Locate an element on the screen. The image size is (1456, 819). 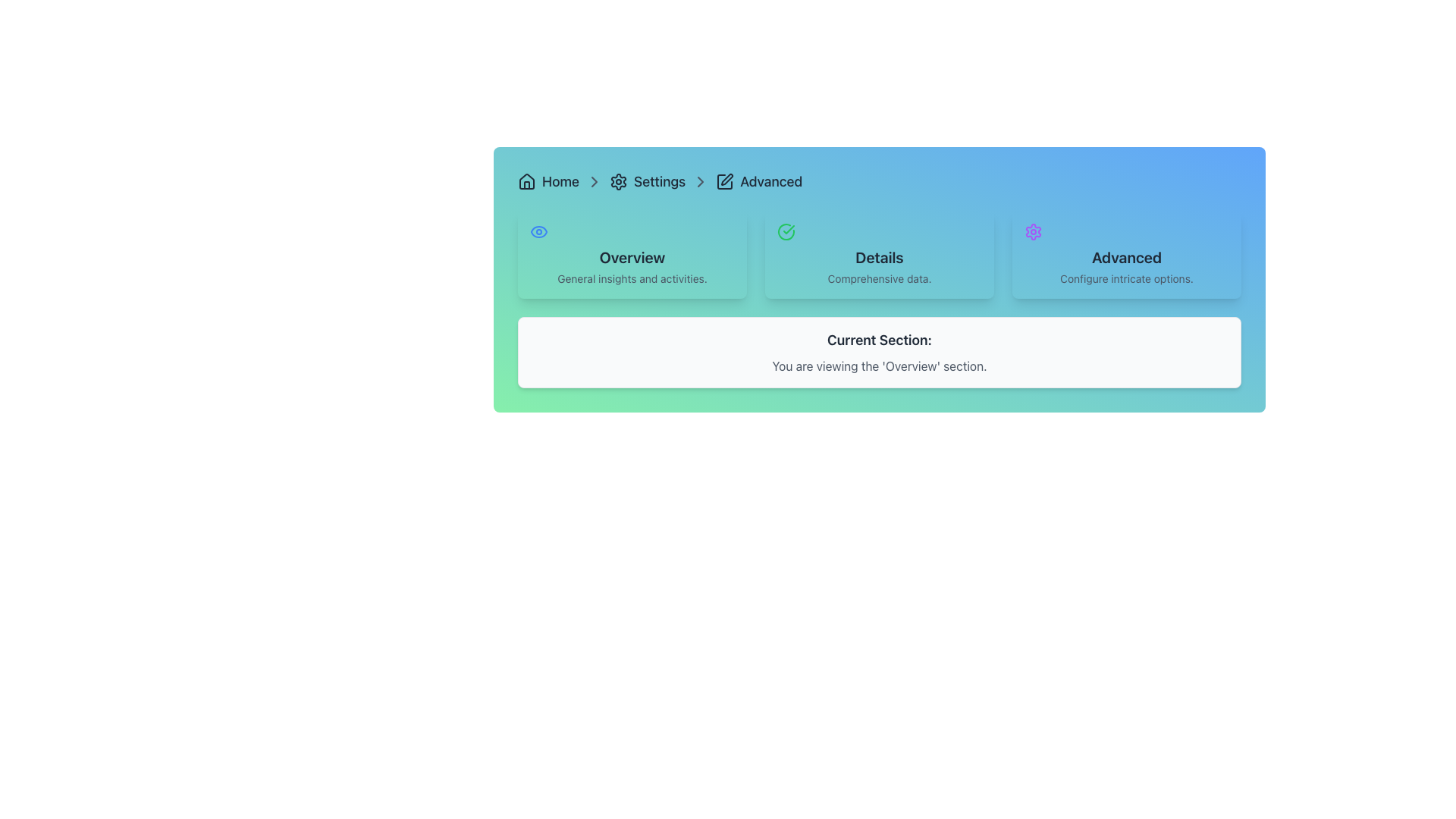
the blue eye-shaped icon located to the left of the 'Overview' header in the Overview section is located at coordinates (538, 231).